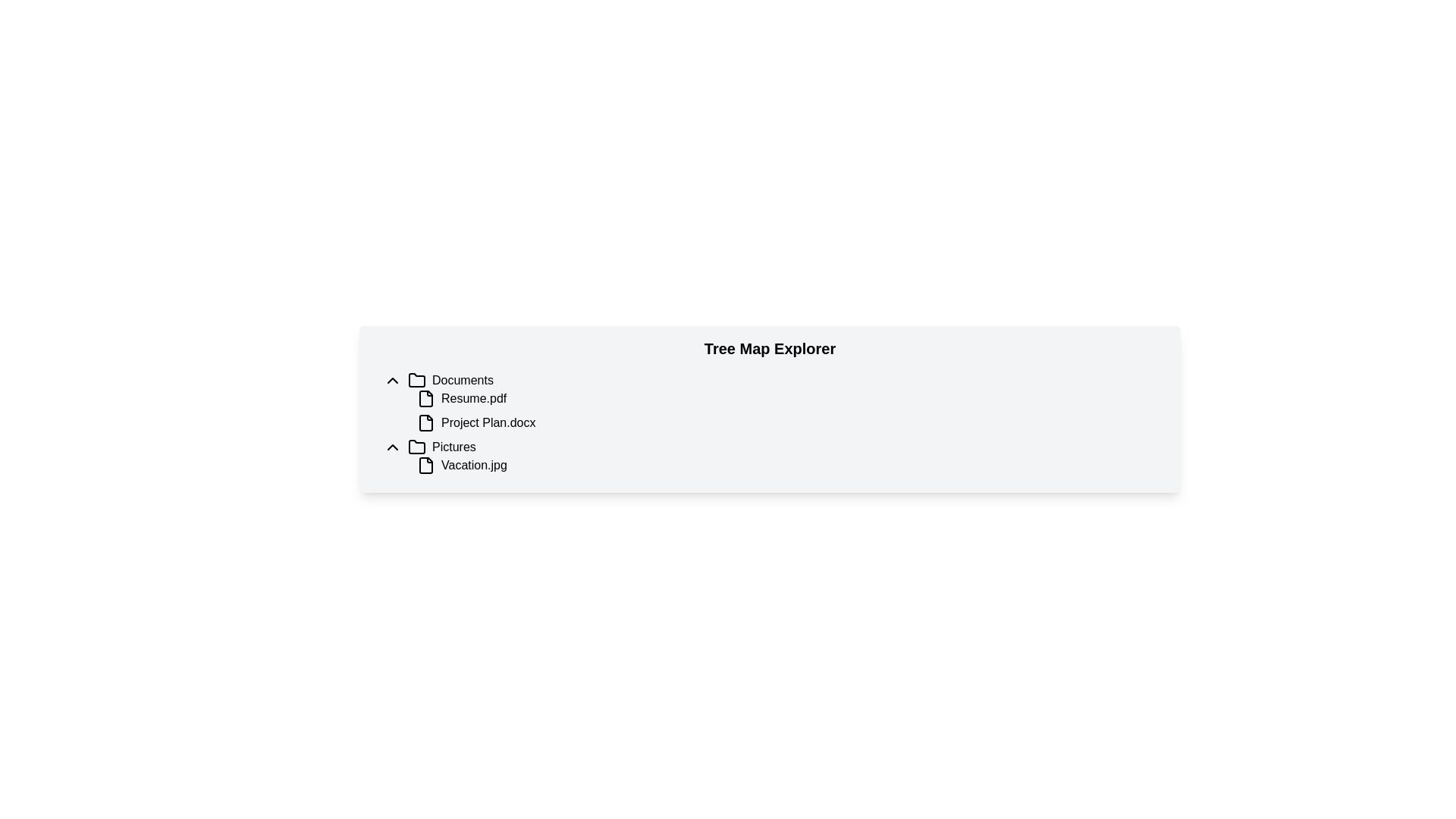 Image resolution: width=1456 pixels, height=819 pixels. Describe the element at coordinates (417, 447) in the screenshot. I see `the folder icon representing the 'Pictures' folder in the tree view interface, which is located to the left of the 'Pictures' label` at that location.